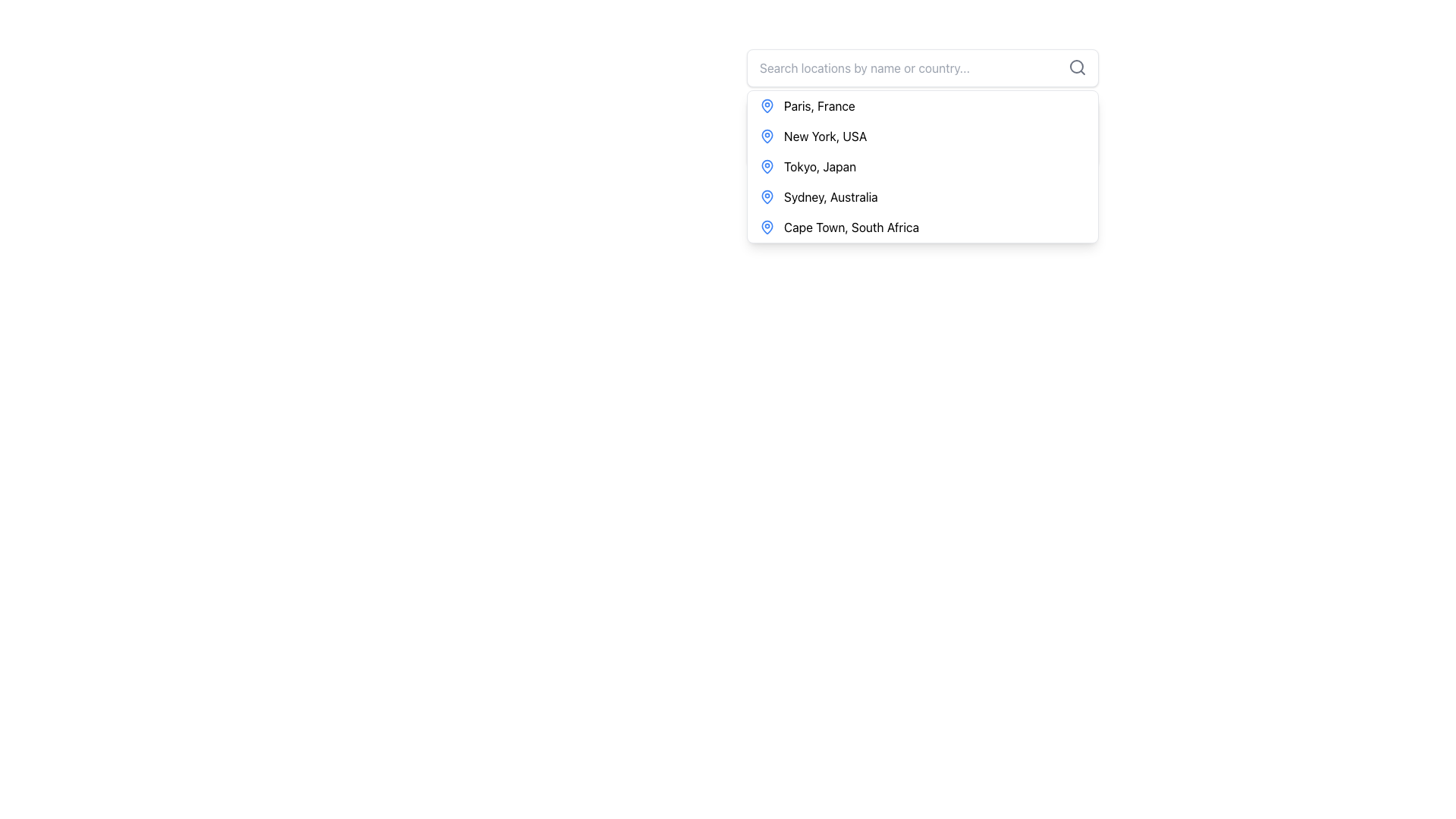 The width and height of the screenshot is (1456, 819). I want to click on the second item in the location selector list, which represents 'New York, USA', so click(922, 136).